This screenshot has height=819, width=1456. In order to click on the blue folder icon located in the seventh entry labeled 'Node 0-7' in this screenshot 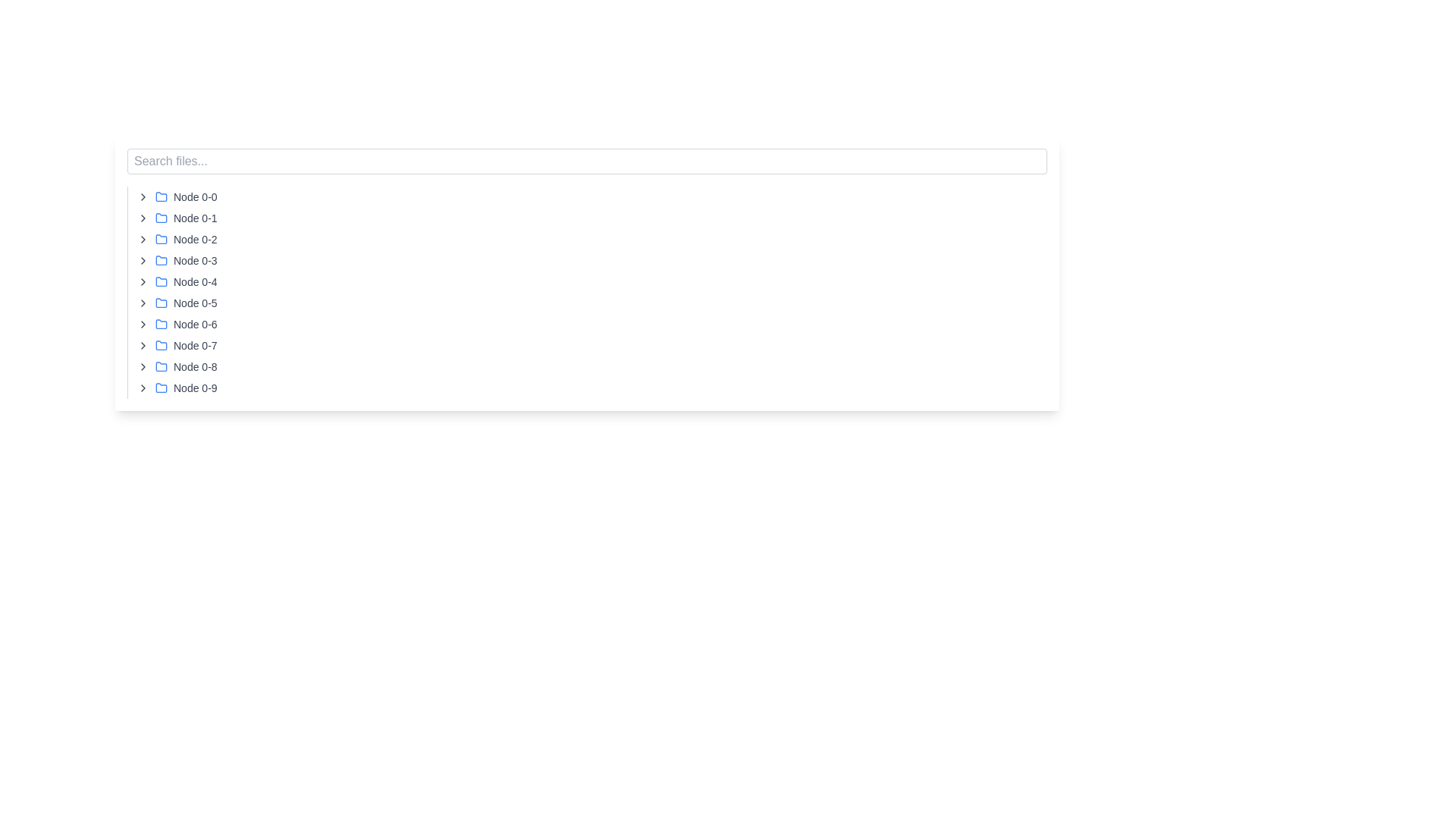, I will do `click(161, 345)`.